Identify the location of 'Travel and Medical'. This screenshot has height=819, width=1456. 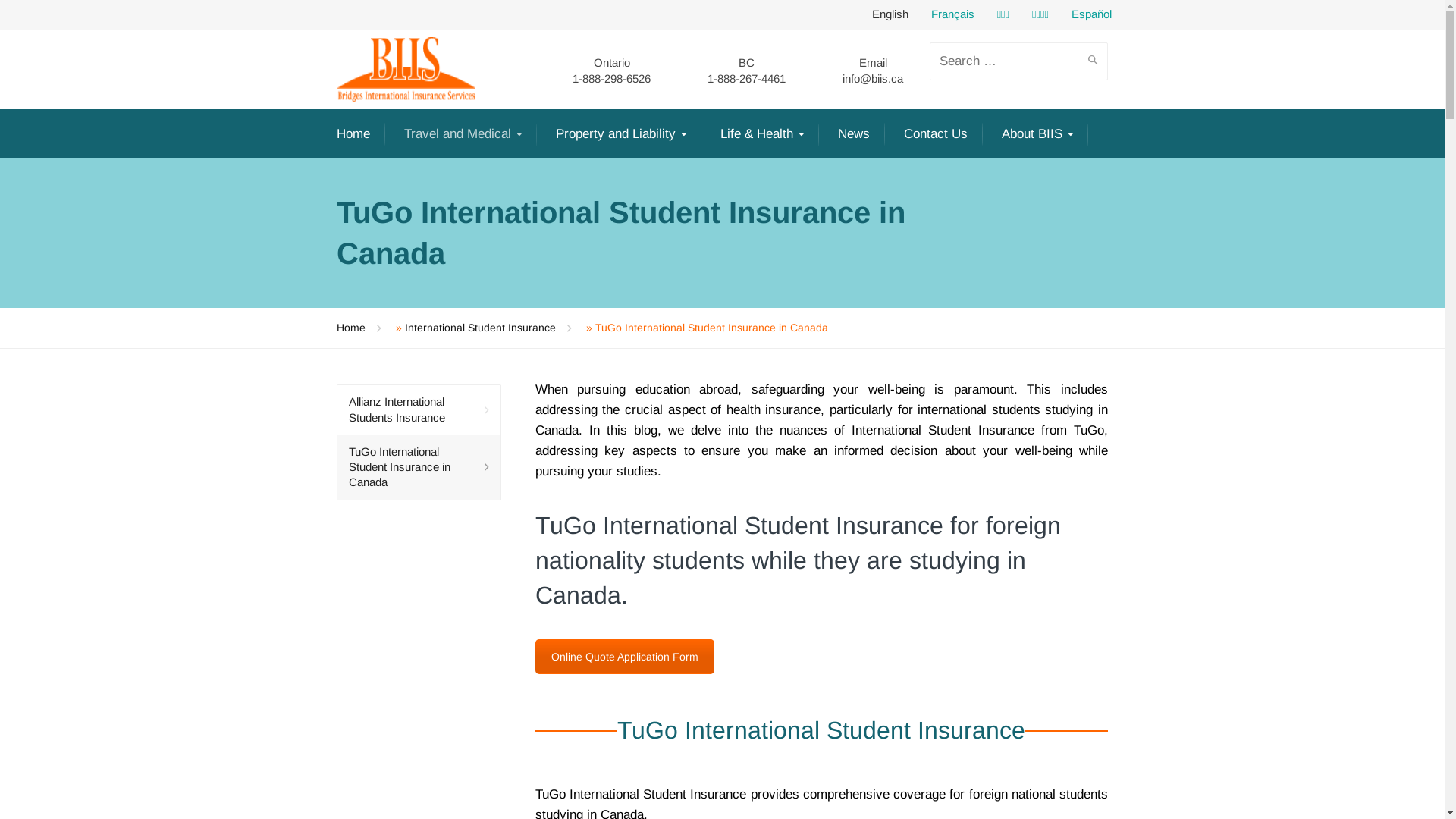
(462, 133).